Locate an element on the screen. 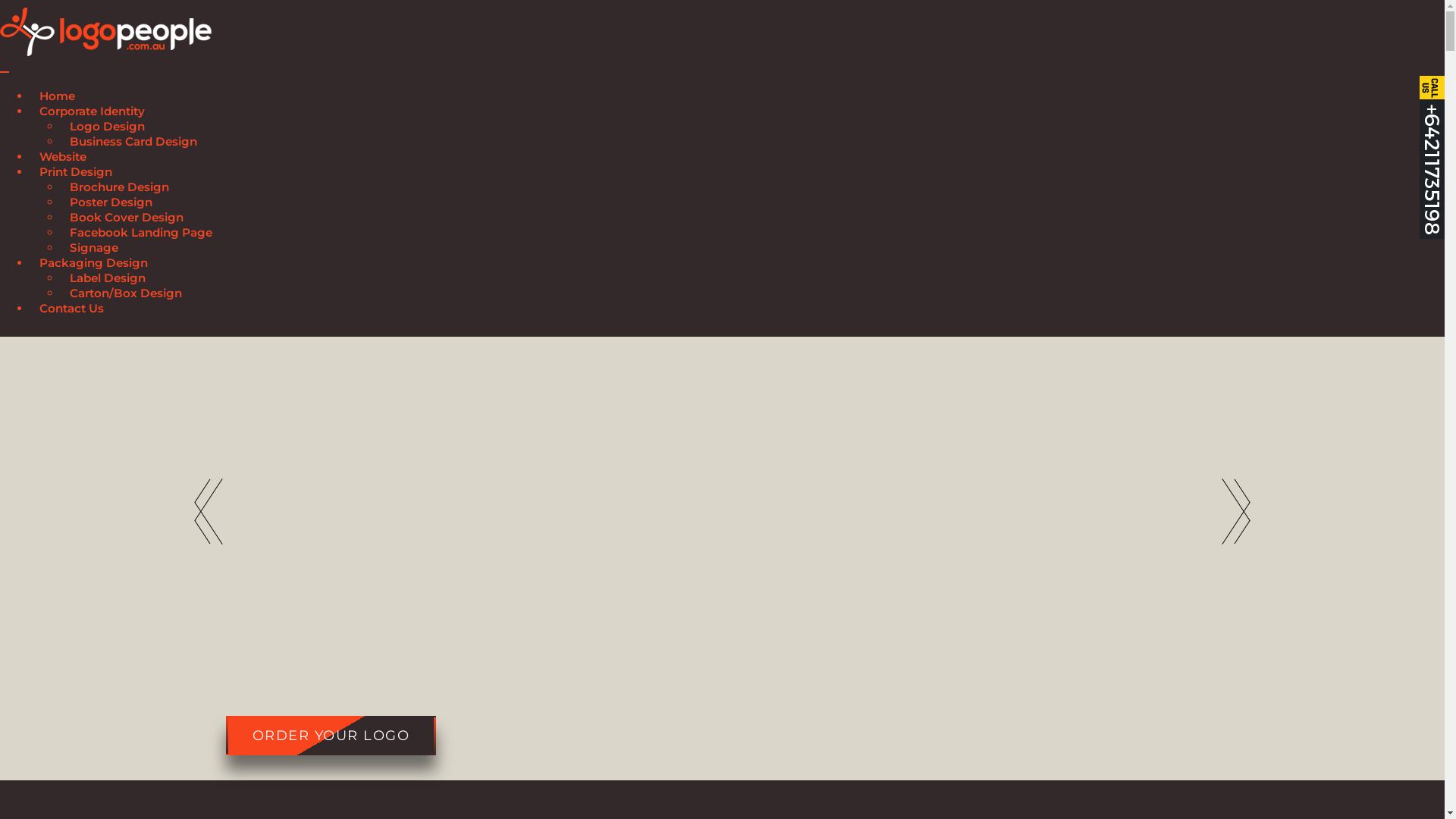  'Print Design' is located at coordinates (75, 173).